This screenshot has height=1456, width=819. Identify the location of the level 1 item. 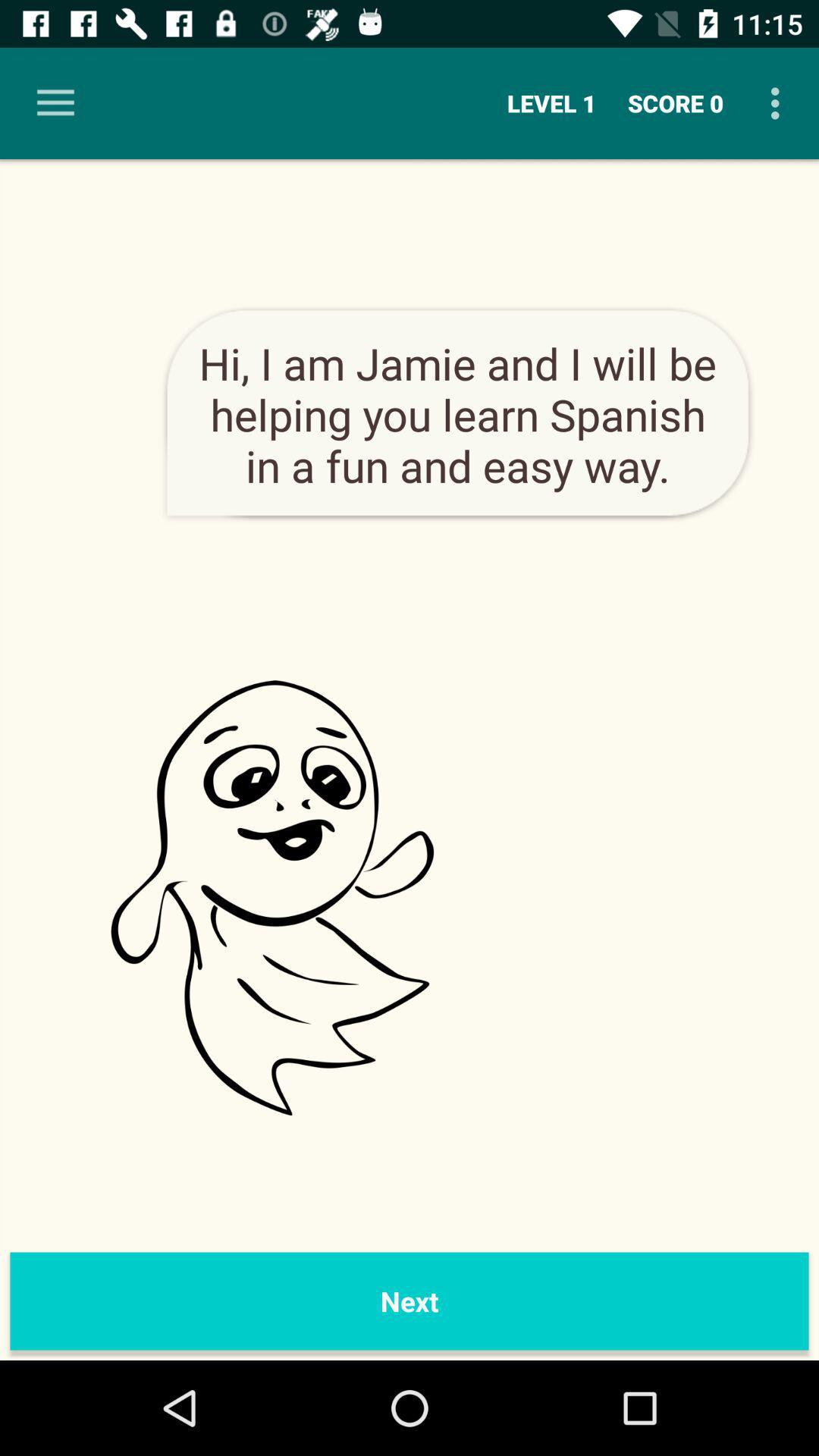
(551, 102).